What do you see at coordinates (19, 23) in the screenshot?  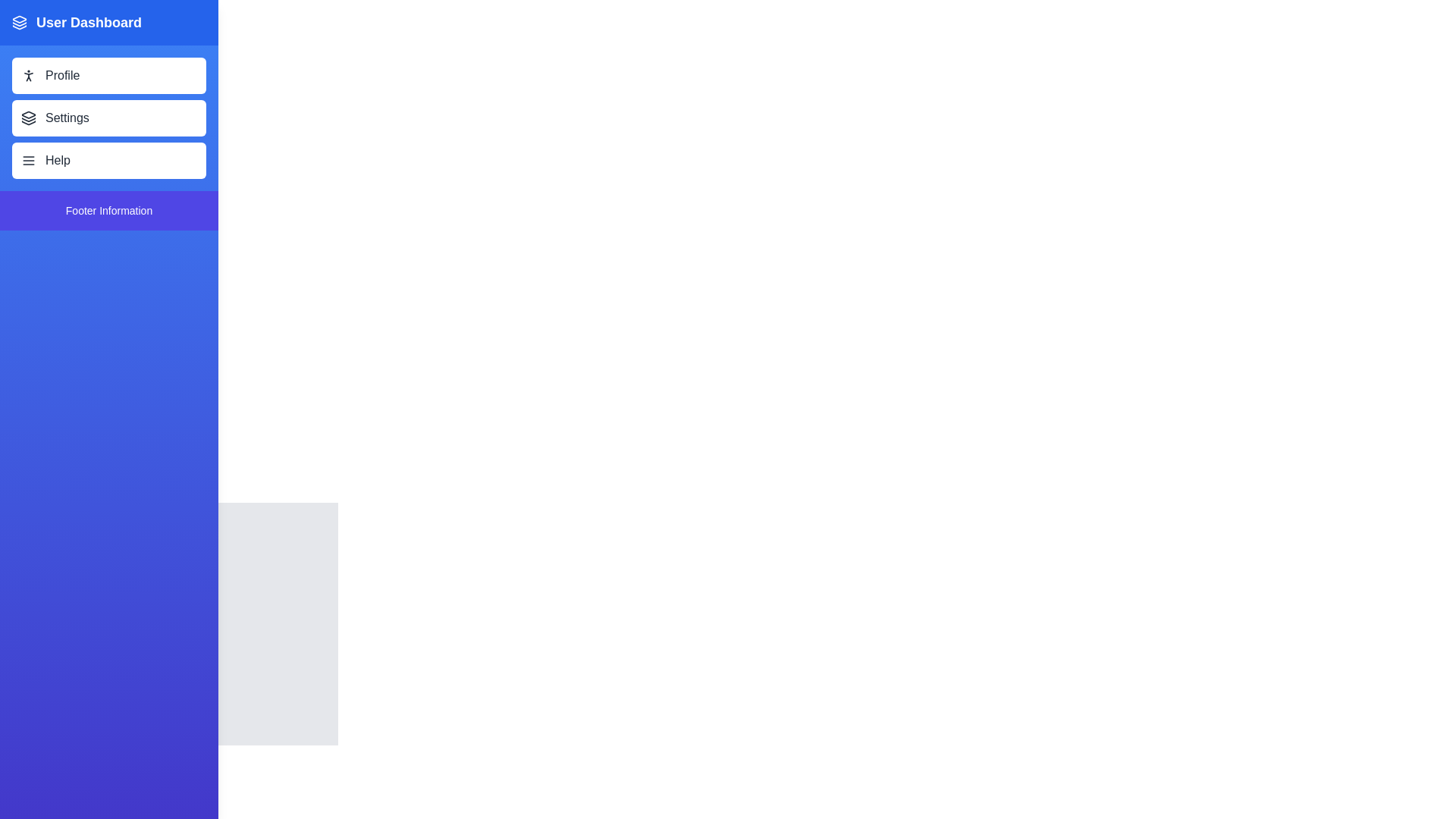 I see `the icon representing layers or sections related to the 'User Dashboard'` at bounding box center [19, 23].